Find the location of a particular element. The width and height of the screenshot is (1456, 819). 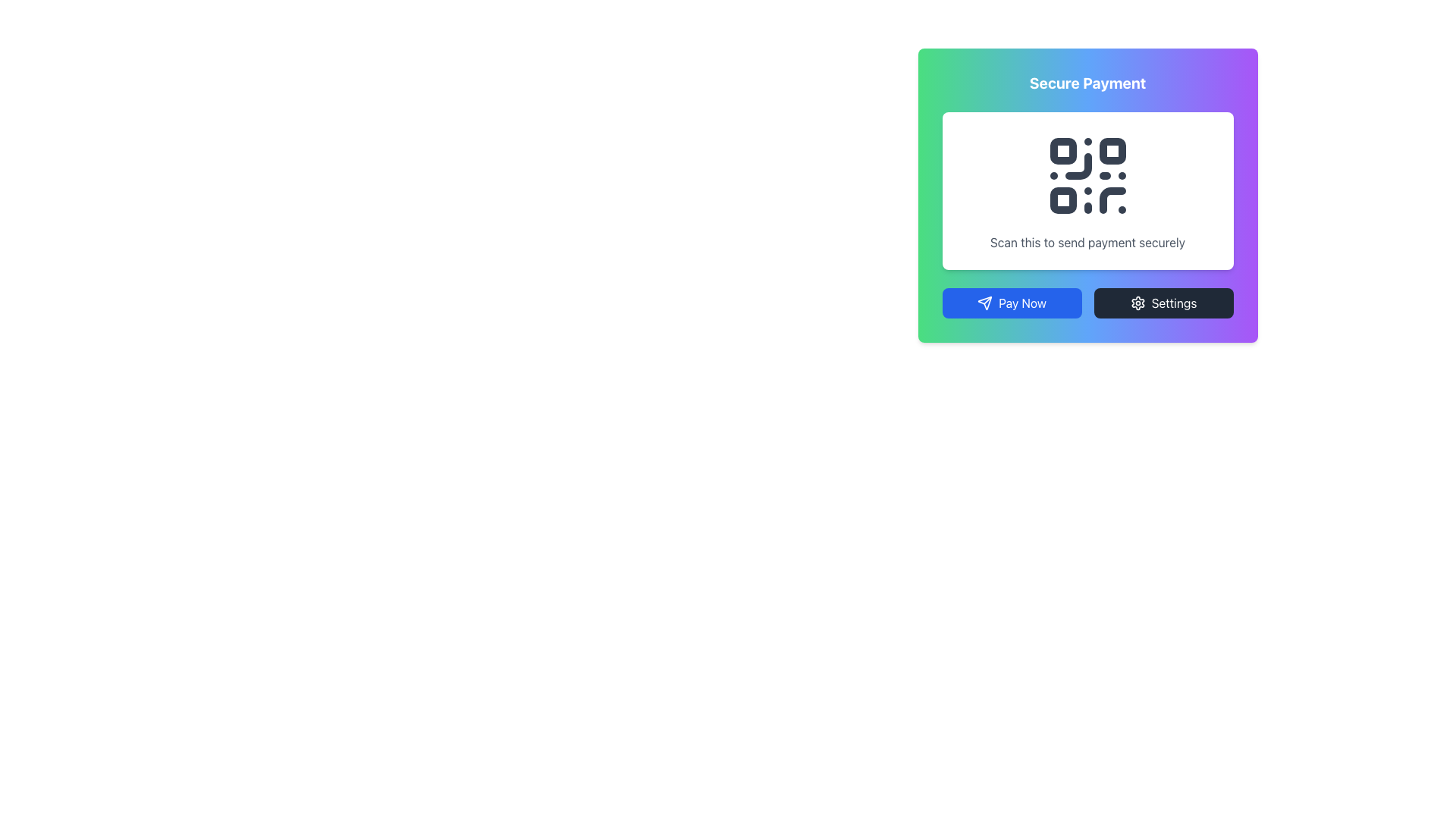

the 'Pay Now' button which contains a white paper airplane icon on a blue background, located at the bottom-left corner of the payment interface card to initiate the action is located at coordinates (985, 303).